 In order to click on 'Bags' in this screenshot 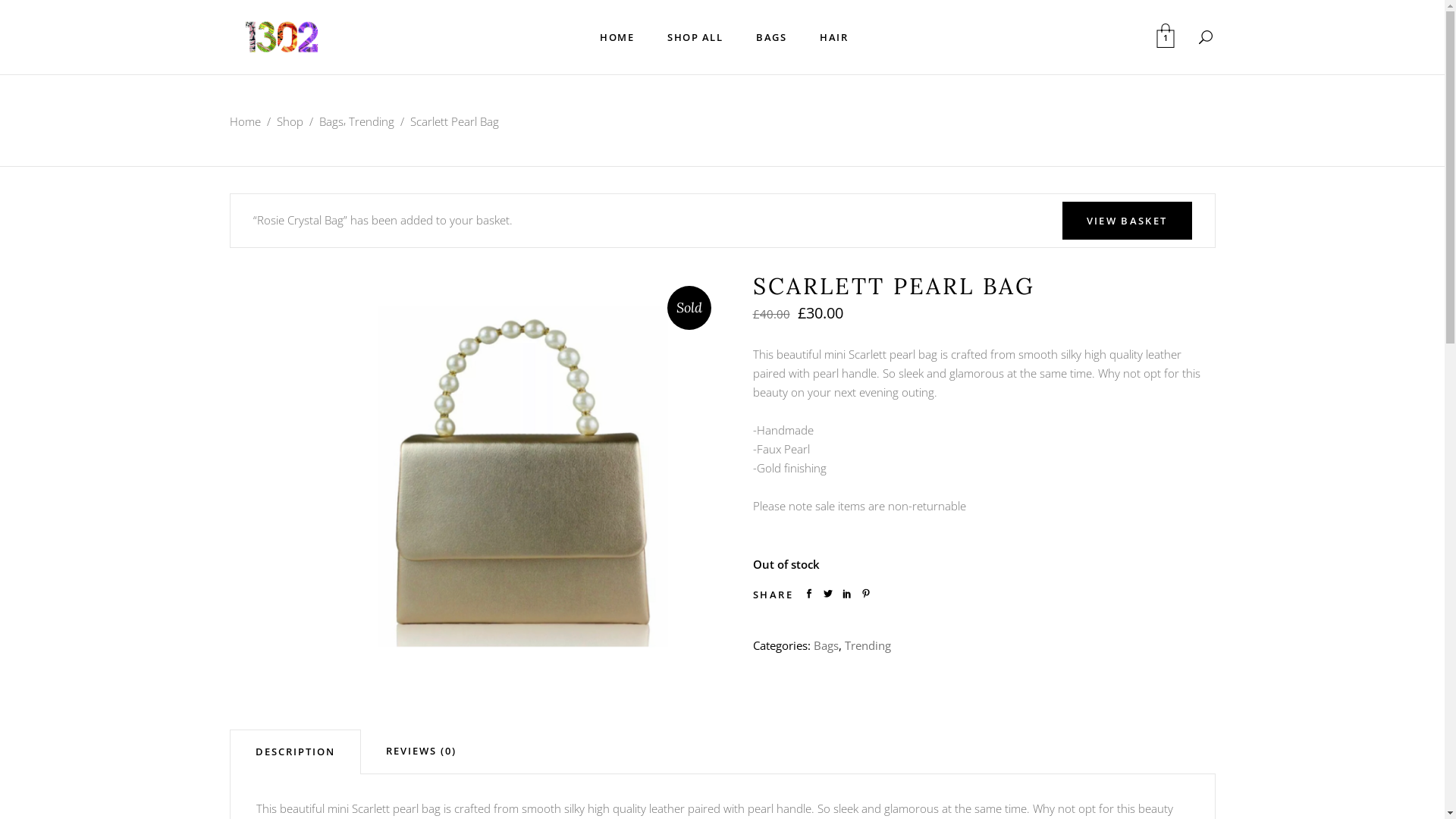, I will do `click(330, 121)`.